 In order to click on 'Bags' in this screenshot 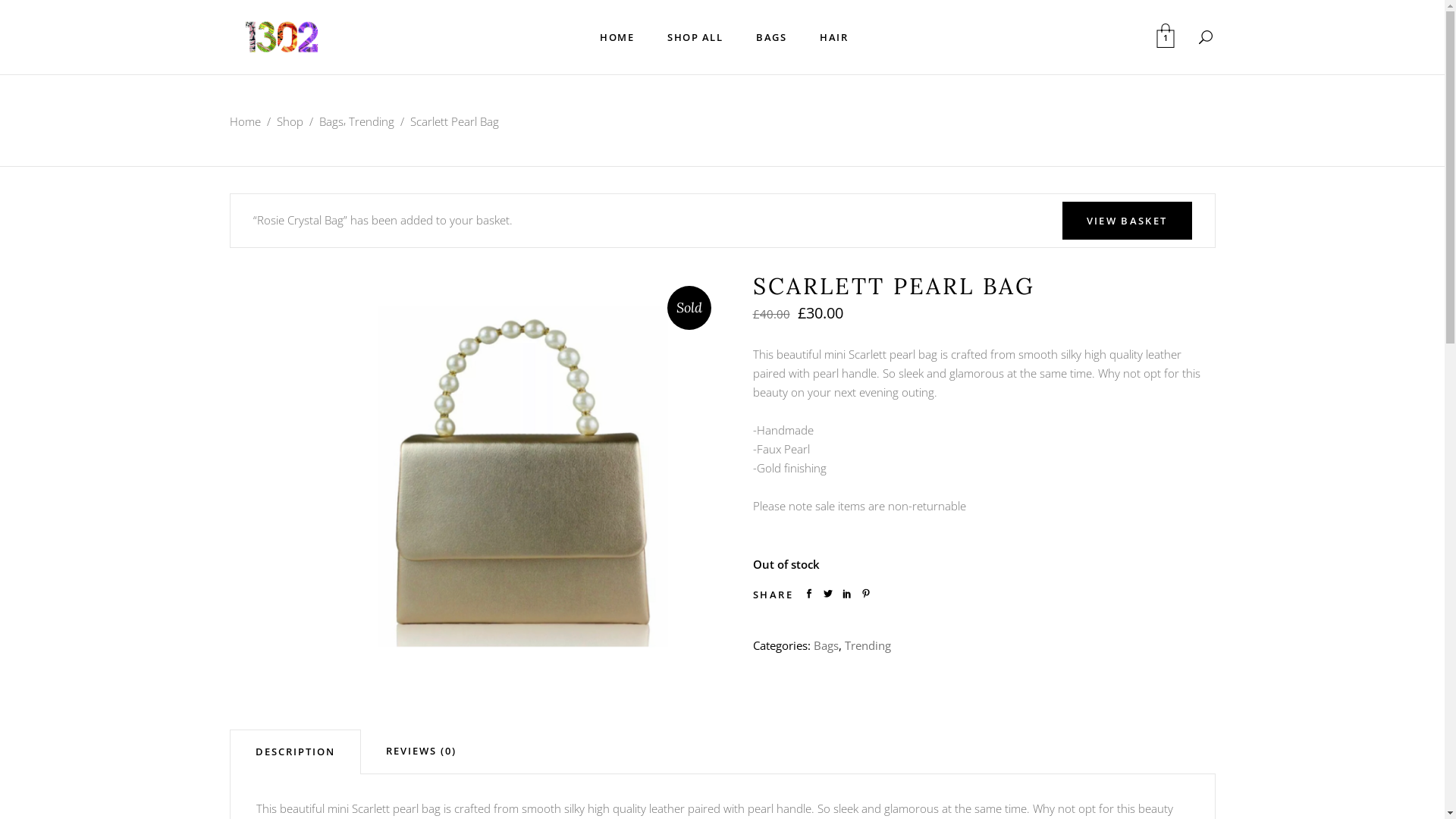, I will do `click(330, 121)`.